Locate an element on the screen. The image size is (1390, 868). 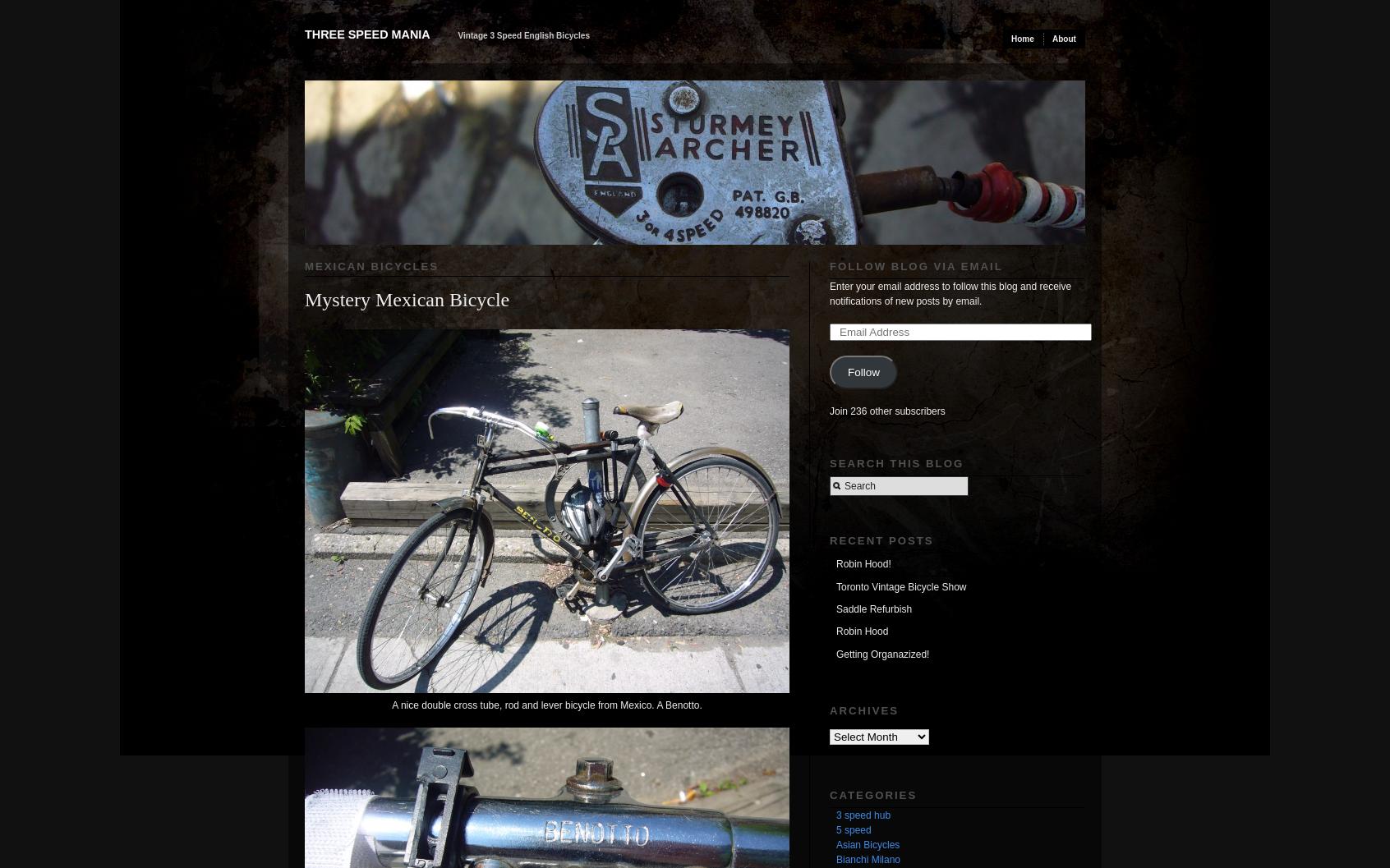
'Enter your email address to follow this blog and receive notifications of new posts by email.' is located at coordinates (828, 294).